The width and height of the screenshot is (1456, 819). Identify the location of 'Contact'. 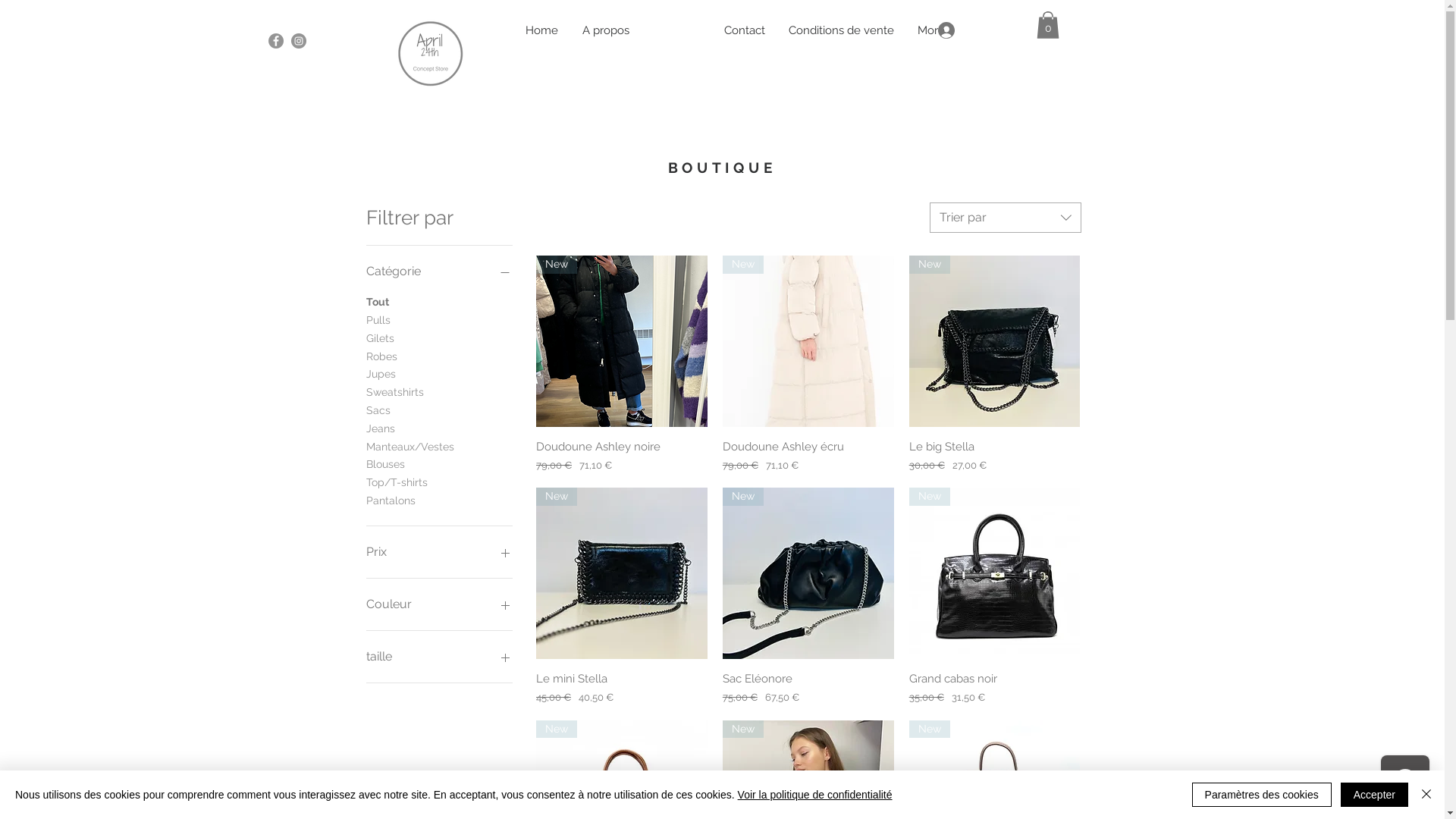
(745, 30).